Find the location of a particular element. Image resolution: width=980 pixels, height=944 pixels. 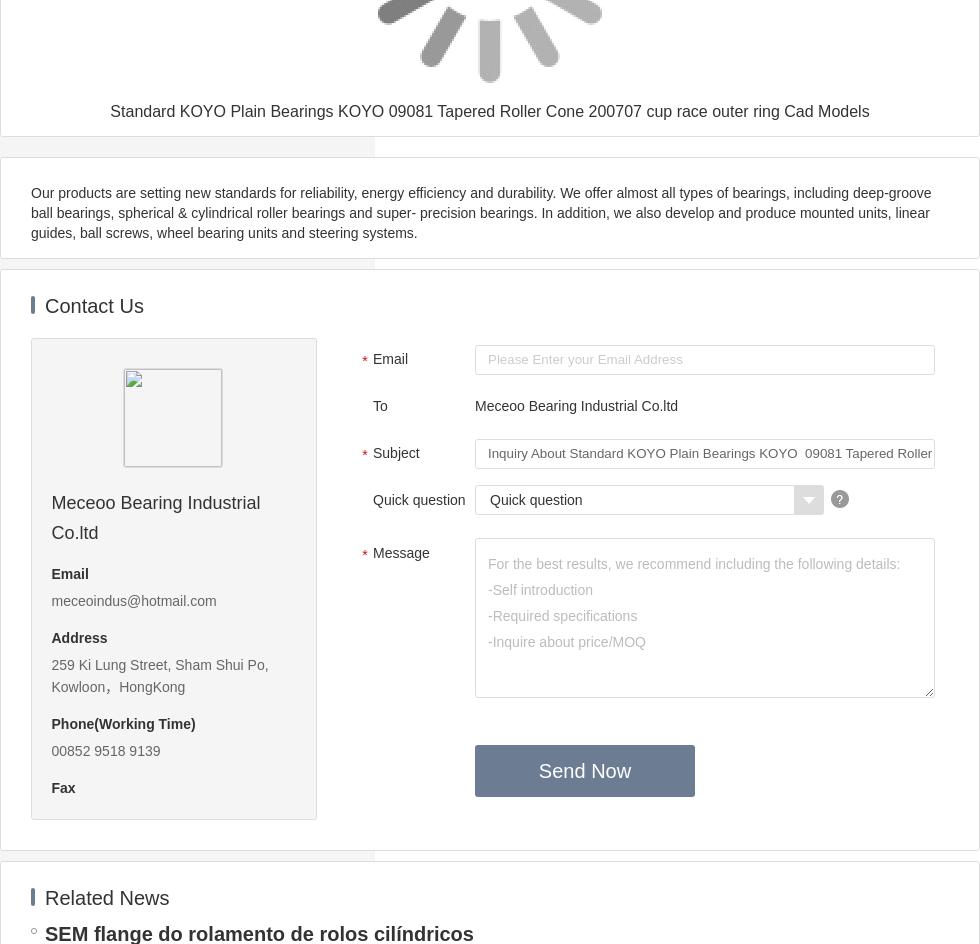

'Message' is located at coordinates (372, 551).